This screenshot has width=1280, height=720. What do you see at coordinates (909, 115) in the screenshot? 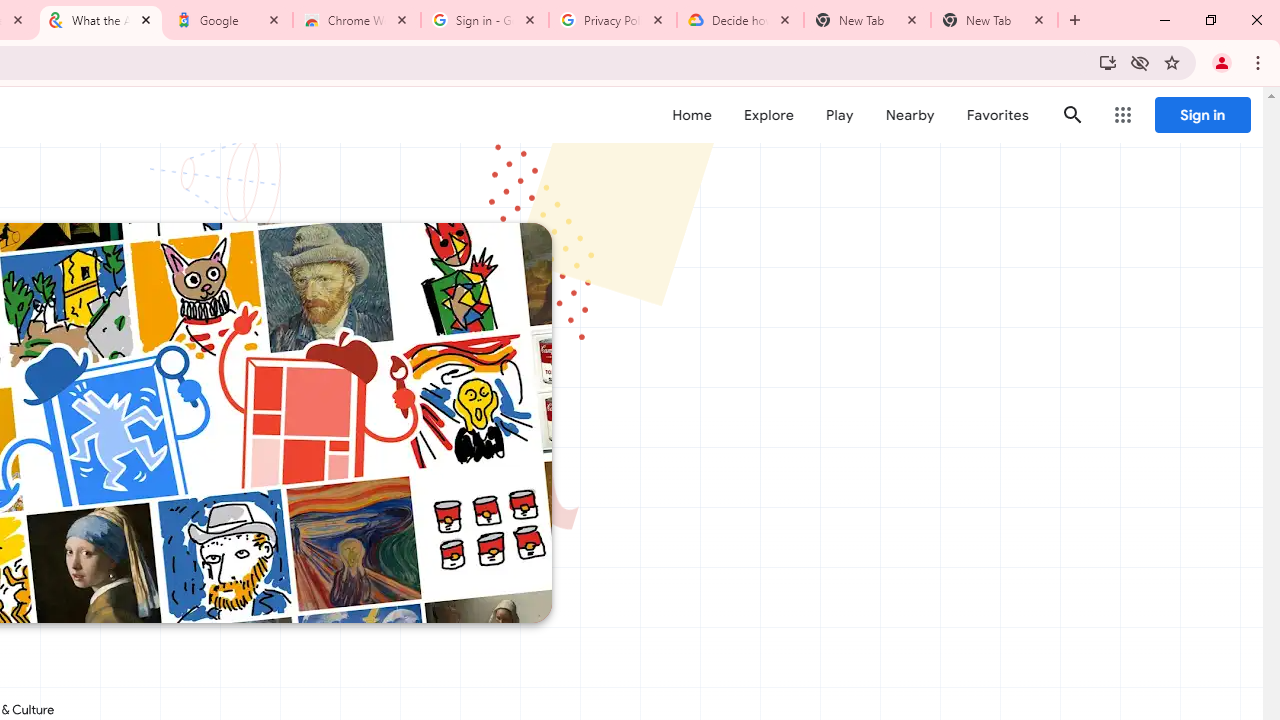
I see `'Nearby'` at bounding box center [909, 115].